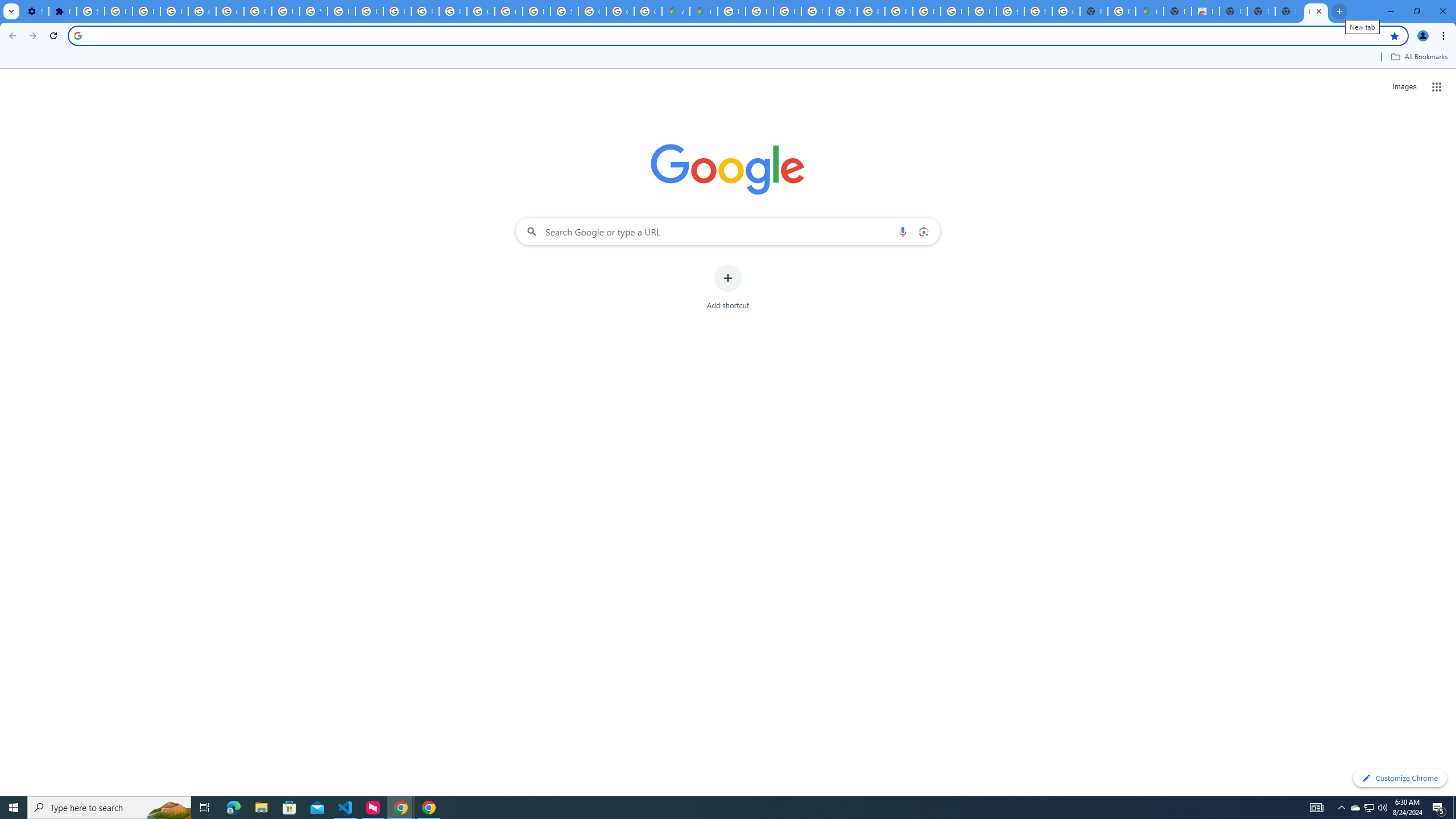 The image size is (1456, 819). What do you see at coordinates (63, 11) in the screenshot?
I see `'Extensions'` at bounding box center [63, 11].